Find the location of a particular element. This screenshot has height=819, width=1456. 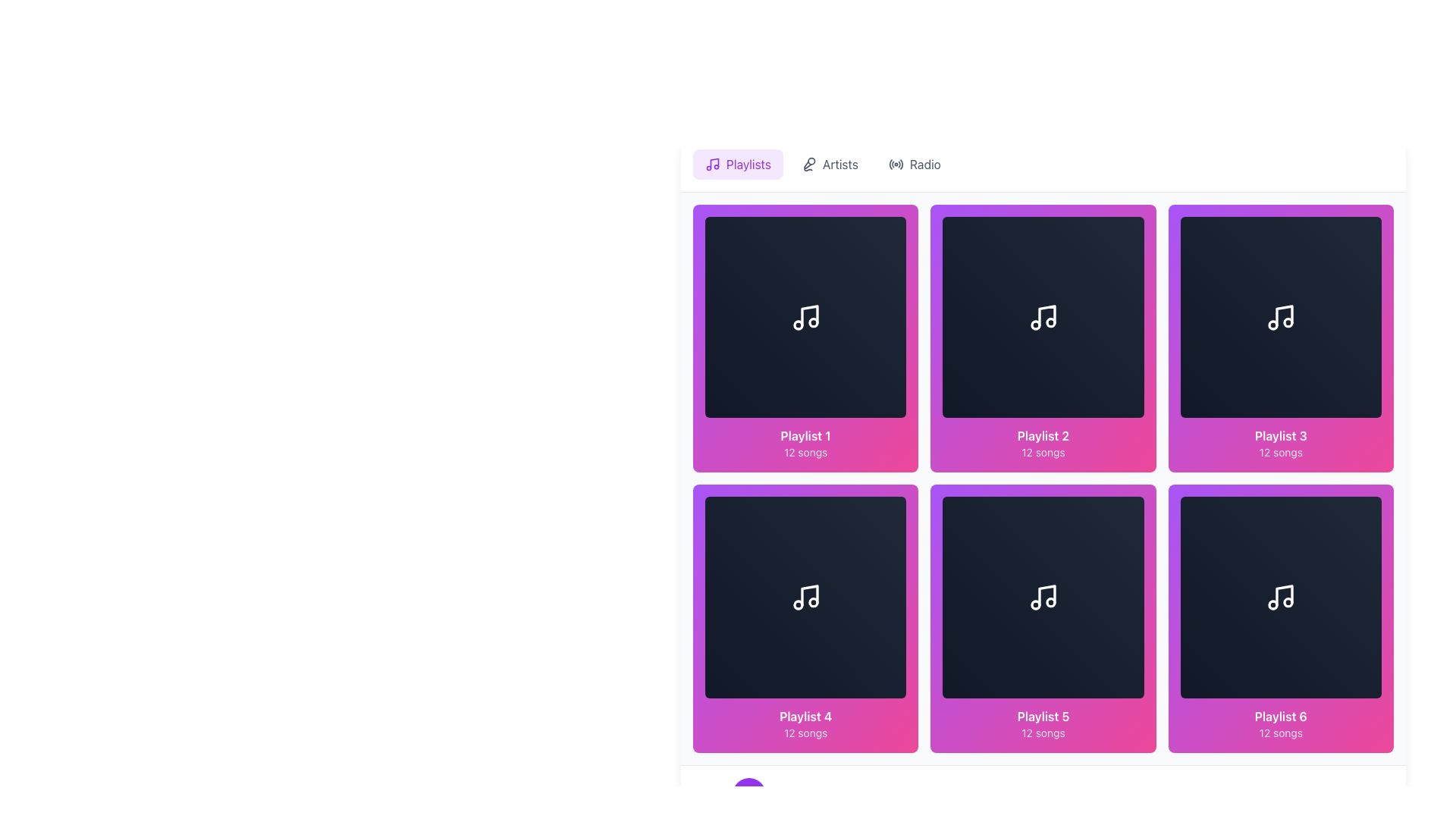

the vertical line of the musical note icon located in the 'Playlists' button on the header menu bar with a purple background is located at coordinates (714, 163).